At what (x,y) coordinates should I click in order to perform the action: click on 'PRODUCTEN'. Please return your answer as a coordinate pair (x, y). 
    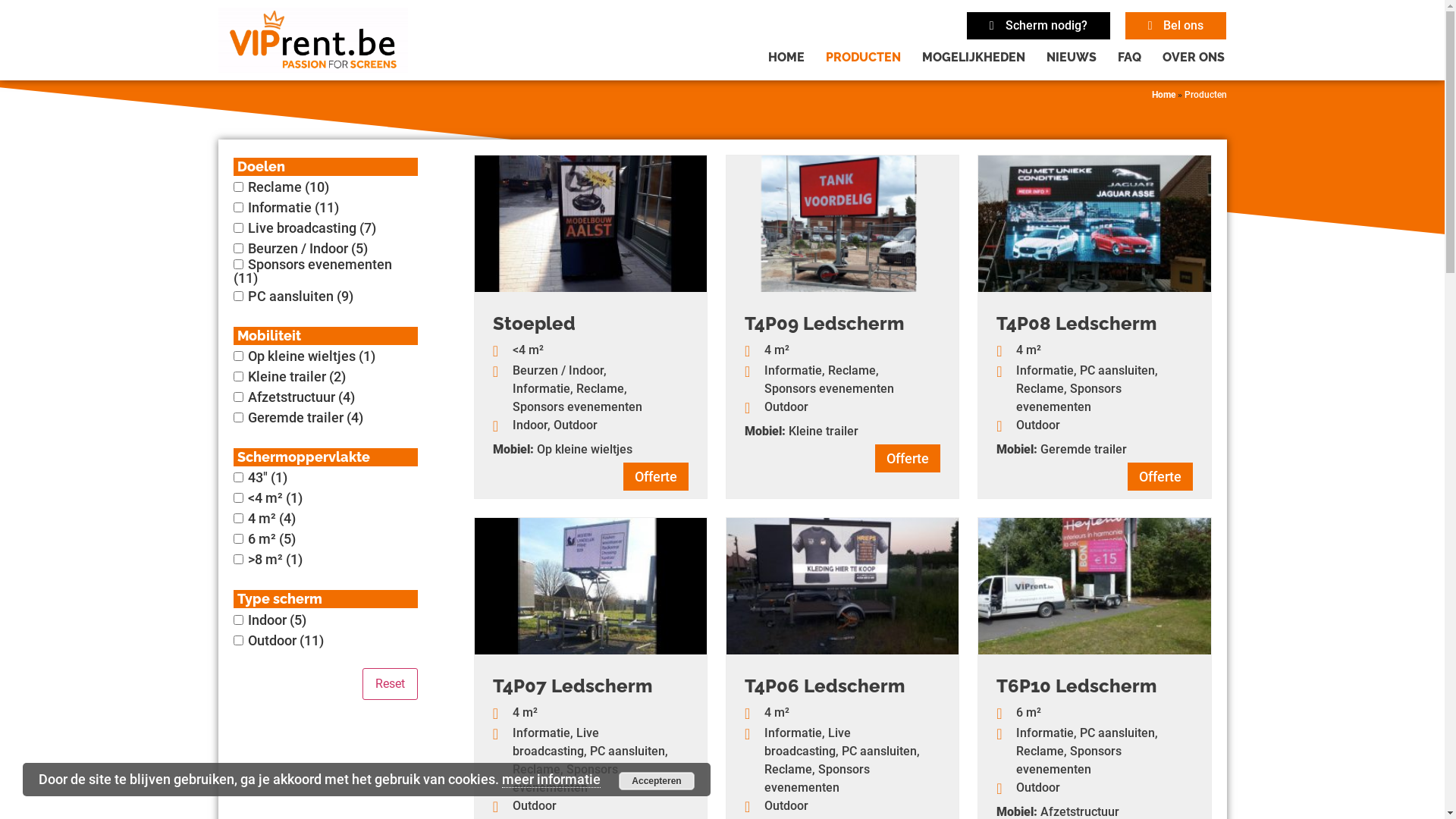
    Looking at the image, I should click on (863, 57).